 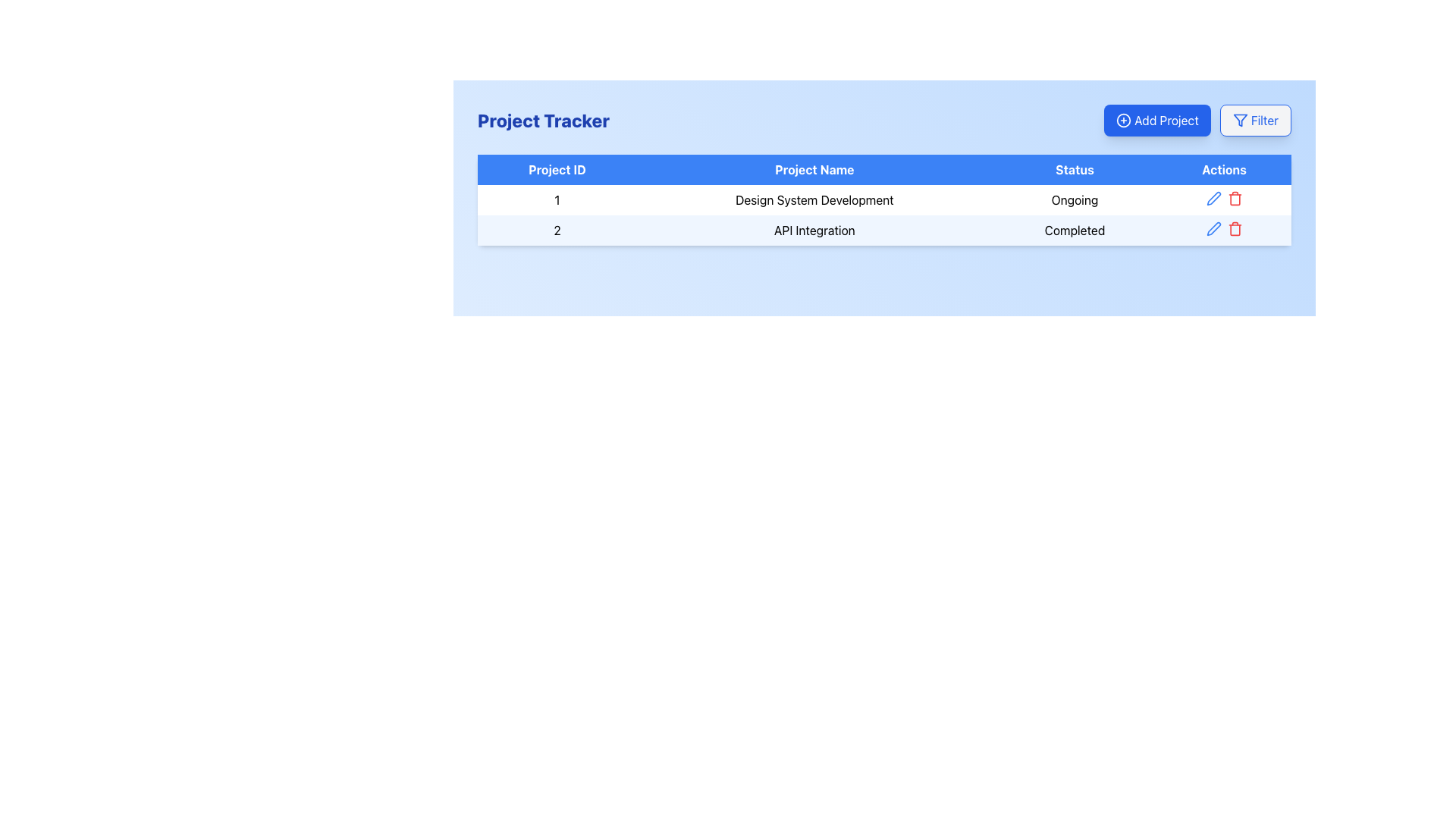 What do you see at coordinates (556, 169) in the screenshot?
I see `text of the 'Project ID' text label, which has a blue background and white centered text, located at the top-left corner of the grid panel` at bounding box center [556, 169].